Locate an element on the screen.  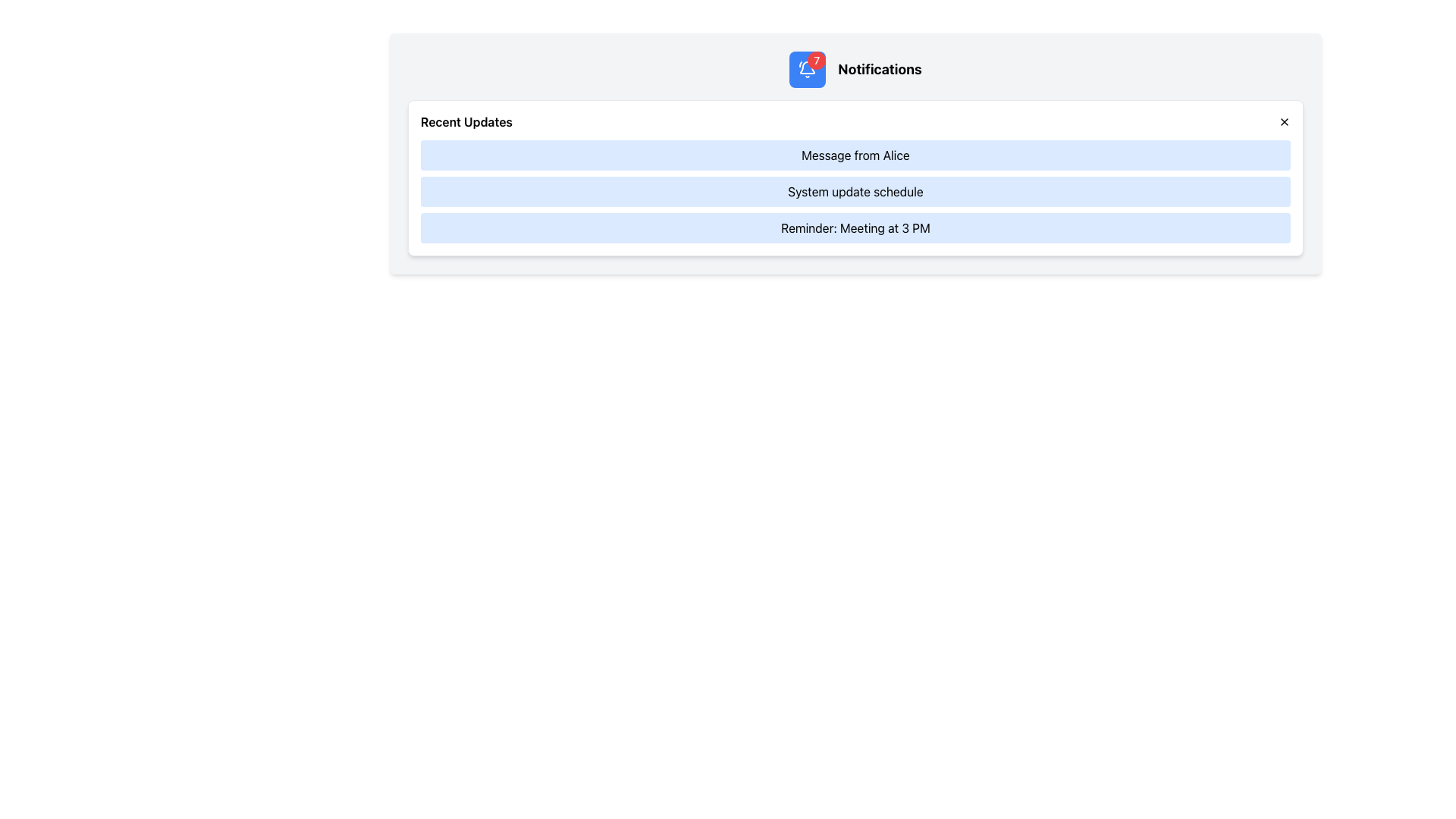
the notification section label located in the middle-right section of the header area, which is the last item in a horizontally aligned group of elements is located at coordinates (880, 70).